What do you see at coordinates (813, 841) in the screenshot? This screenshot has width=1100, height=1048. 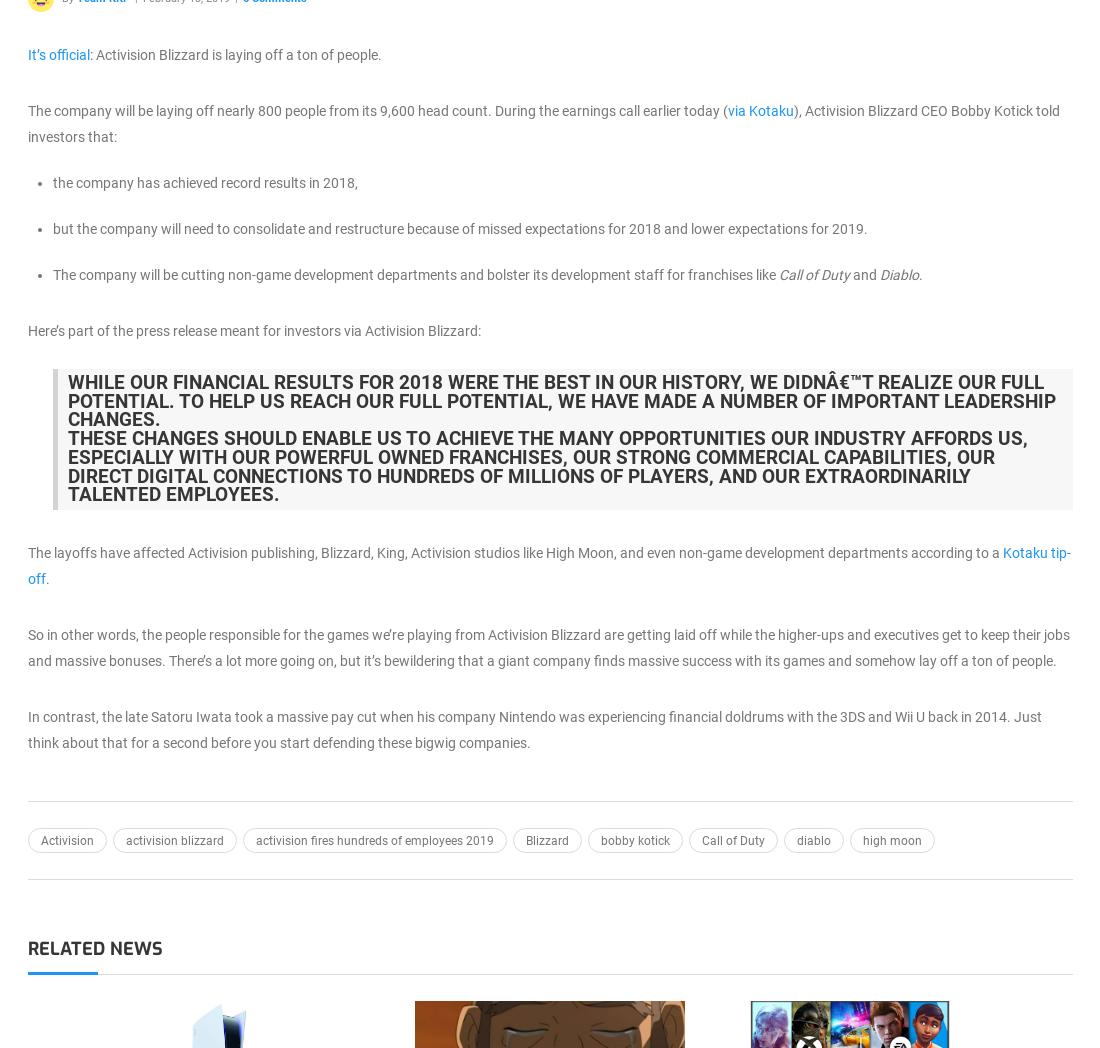 I see `'diablo'` at bounding box center [813, 841].